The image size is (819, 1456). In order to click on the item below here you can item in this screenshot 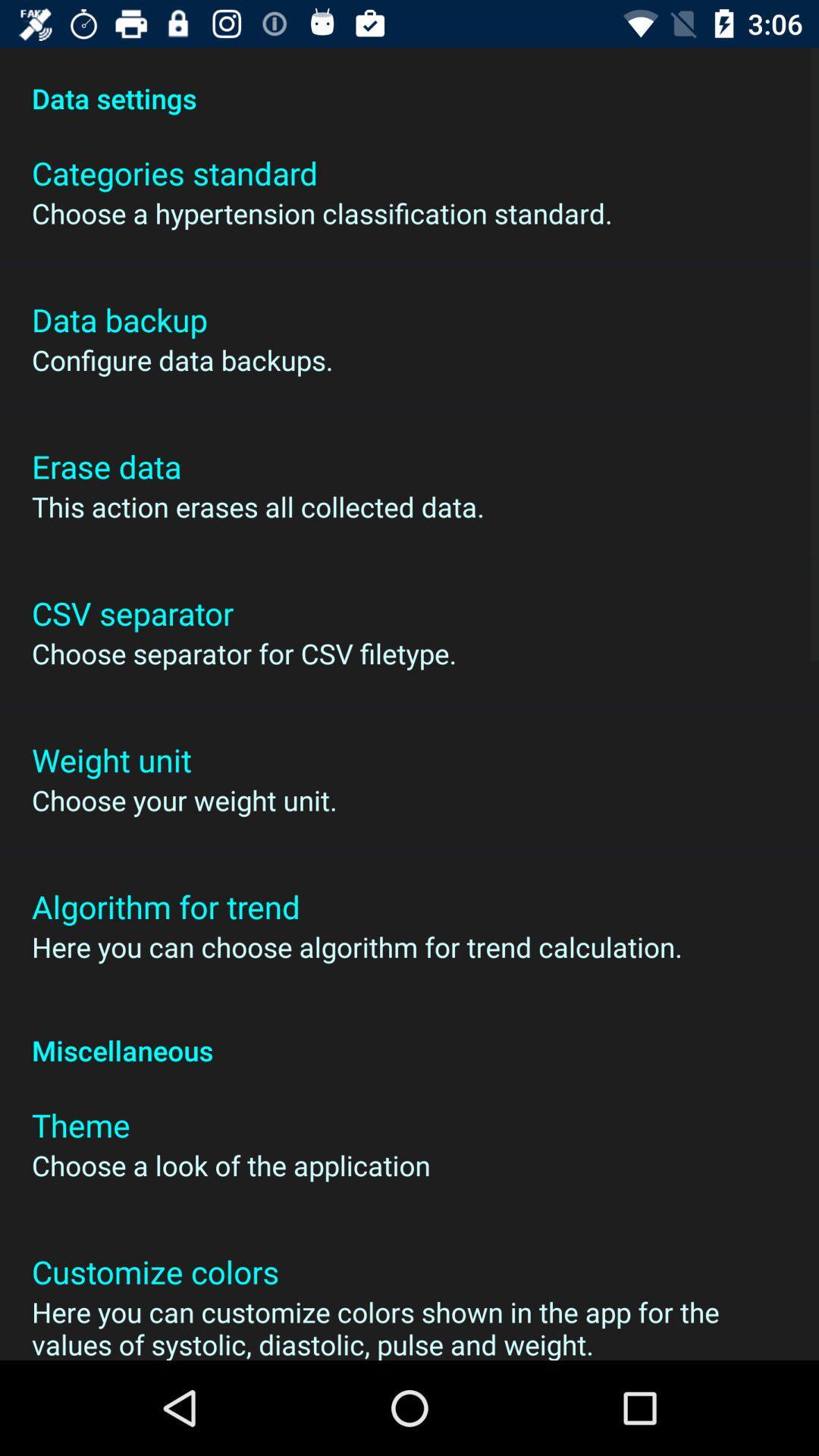, I will do `click(409, 1034)`.